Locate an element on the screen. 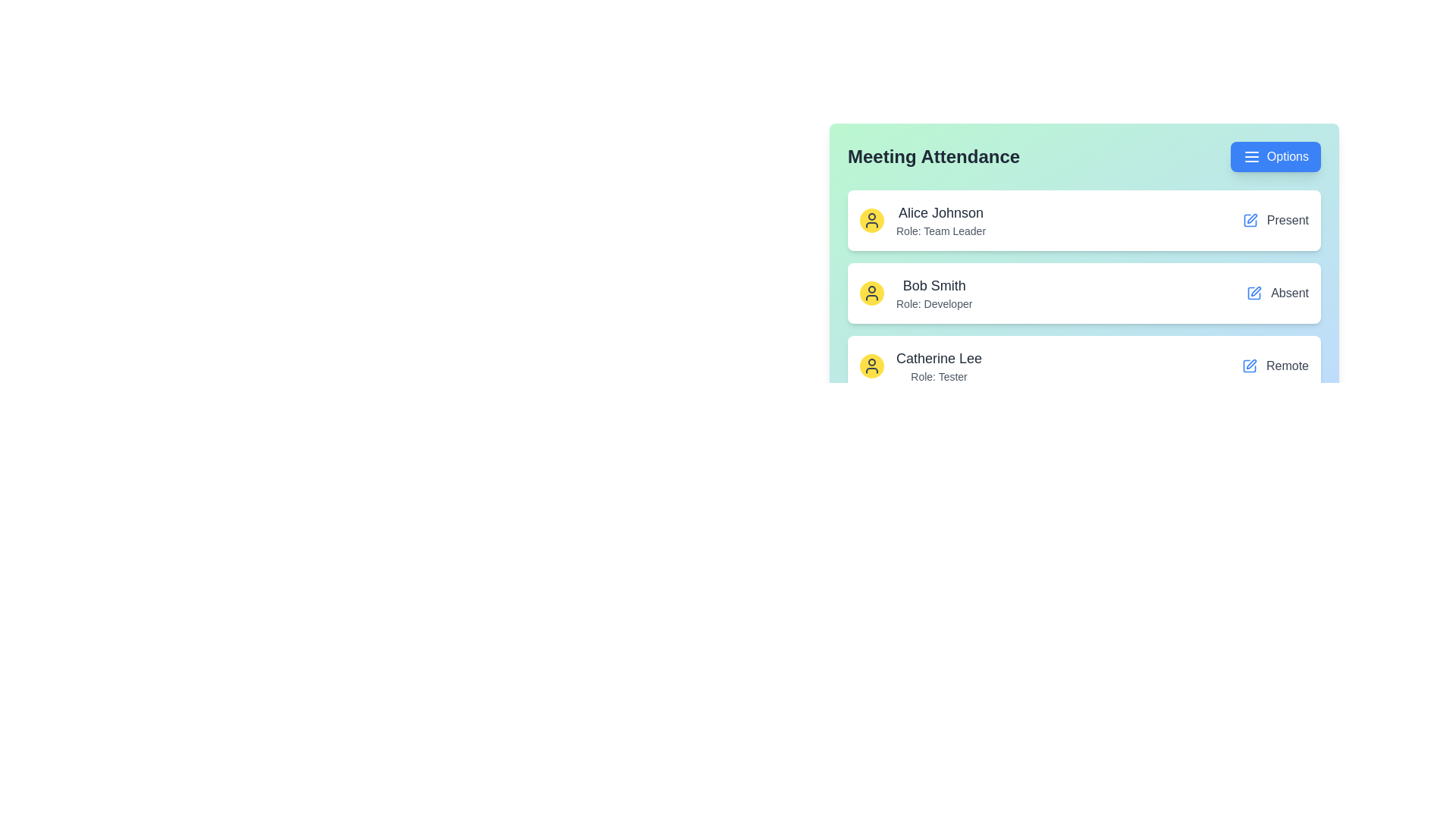  the 'Present' text label, which is styled in medium-sized sans-serif font and located to the right of the attendance box for 'Alice Johnson' is located at coordinates (1275, 220).